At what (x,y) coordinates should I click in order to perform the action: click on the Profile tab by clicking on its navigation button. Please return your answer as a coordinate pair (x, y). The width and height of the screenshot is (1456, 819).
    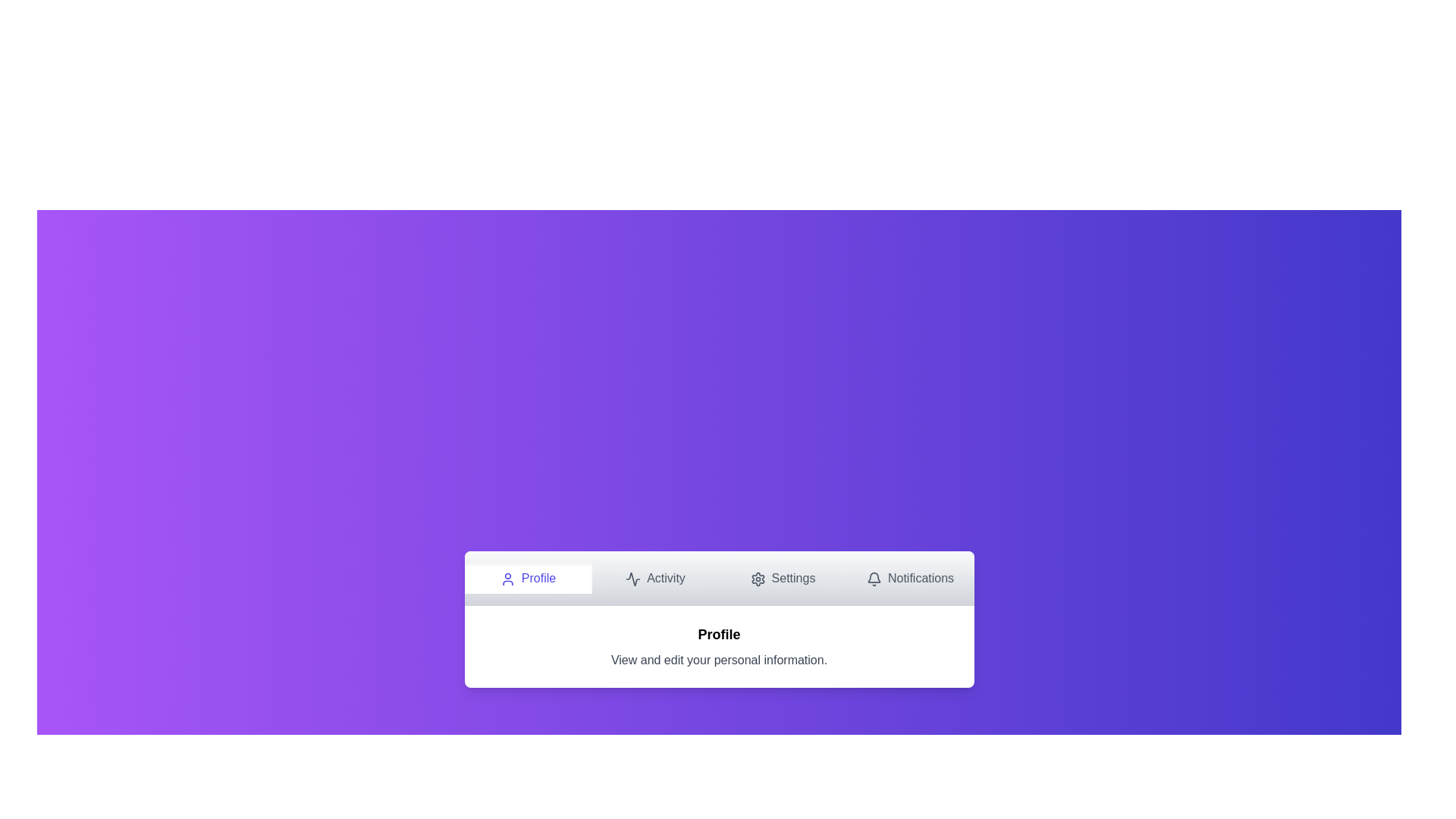
    Looking at the image, I should click on (528, 579).